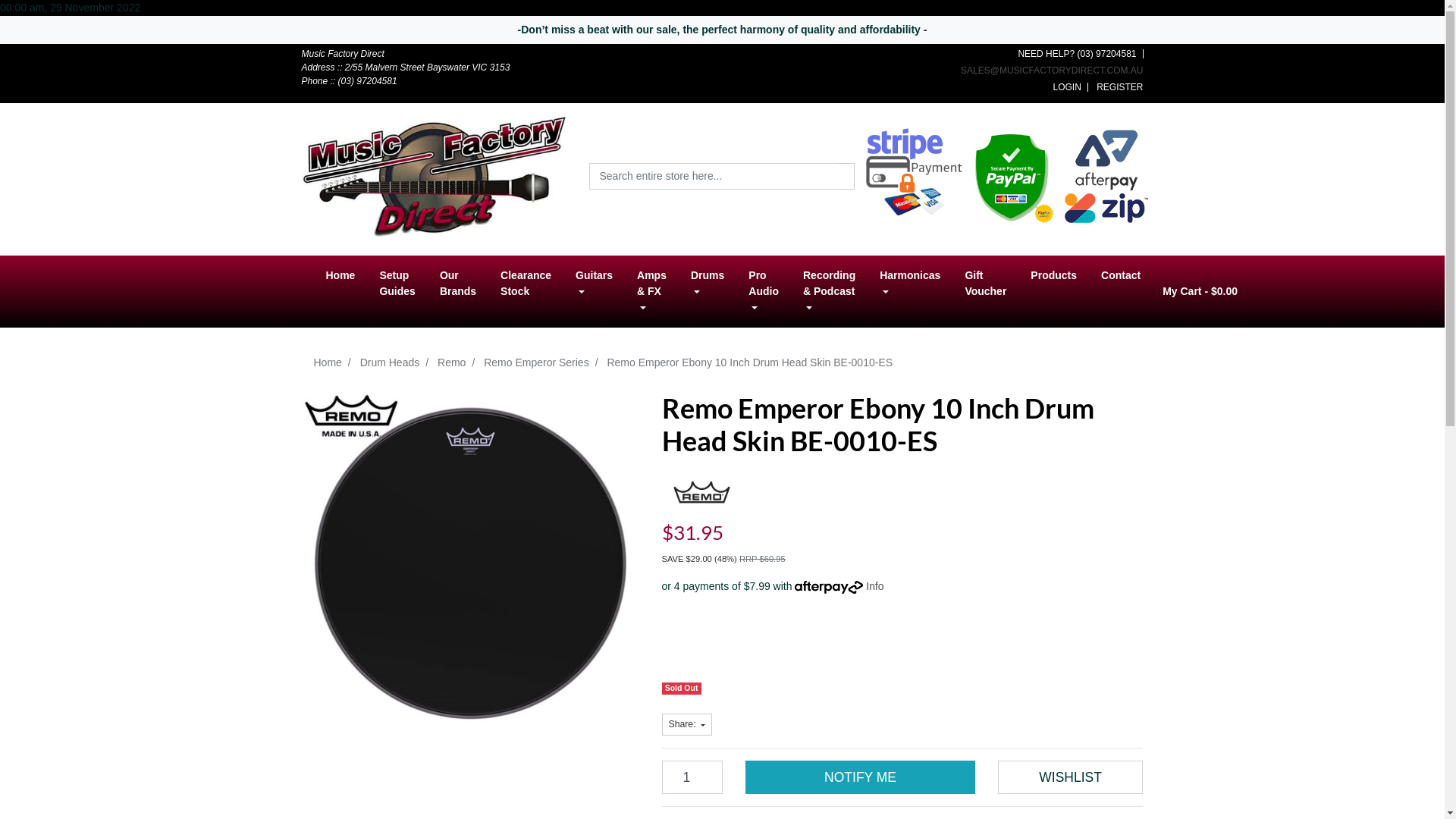  What do you see at coordinates (450, 362) in the screenshot?
I see `'Remo'` at bounding box center [450, 362].